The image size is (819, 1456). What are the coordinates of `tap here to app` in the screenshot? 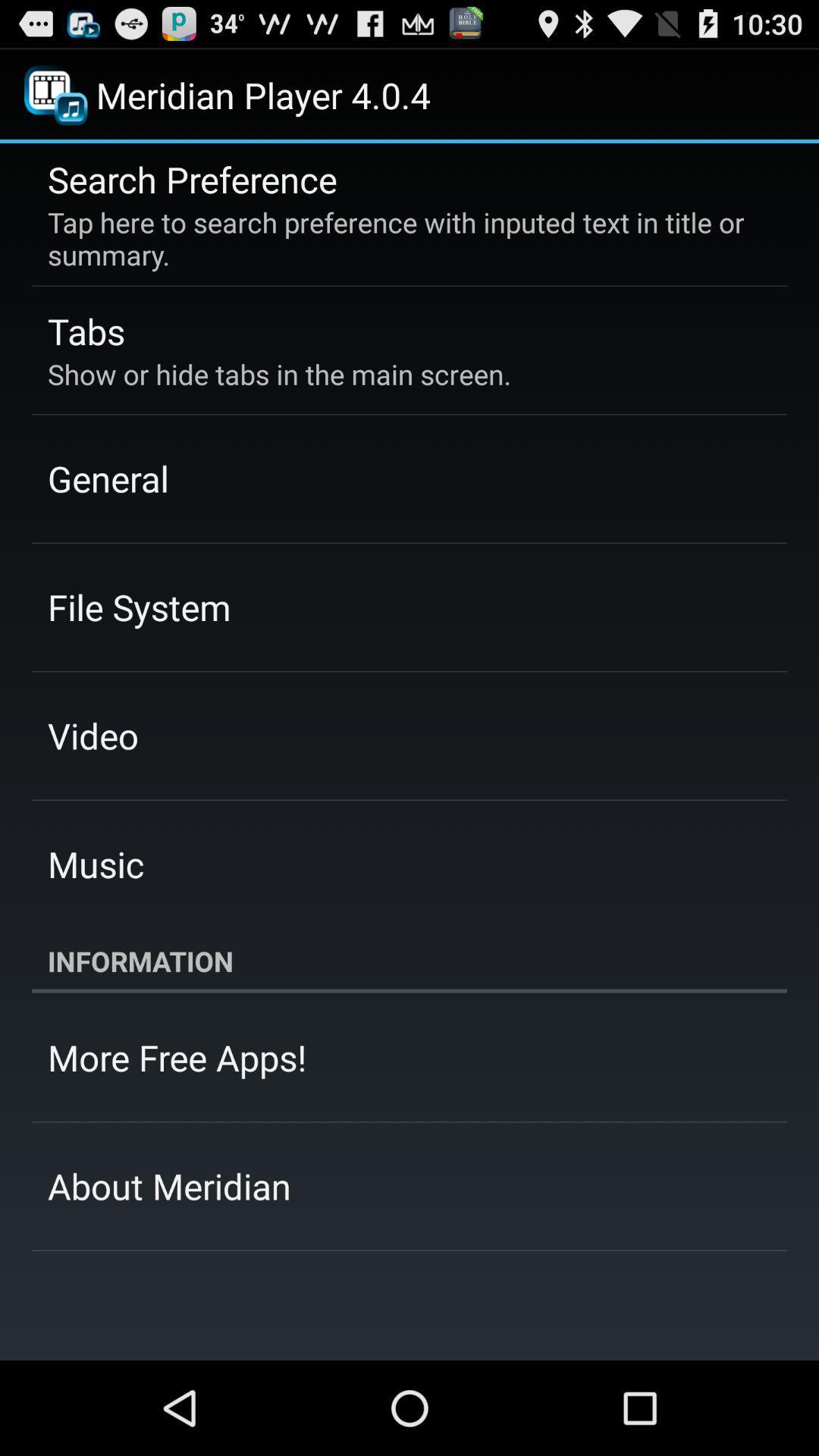 It's located at (398, 237).